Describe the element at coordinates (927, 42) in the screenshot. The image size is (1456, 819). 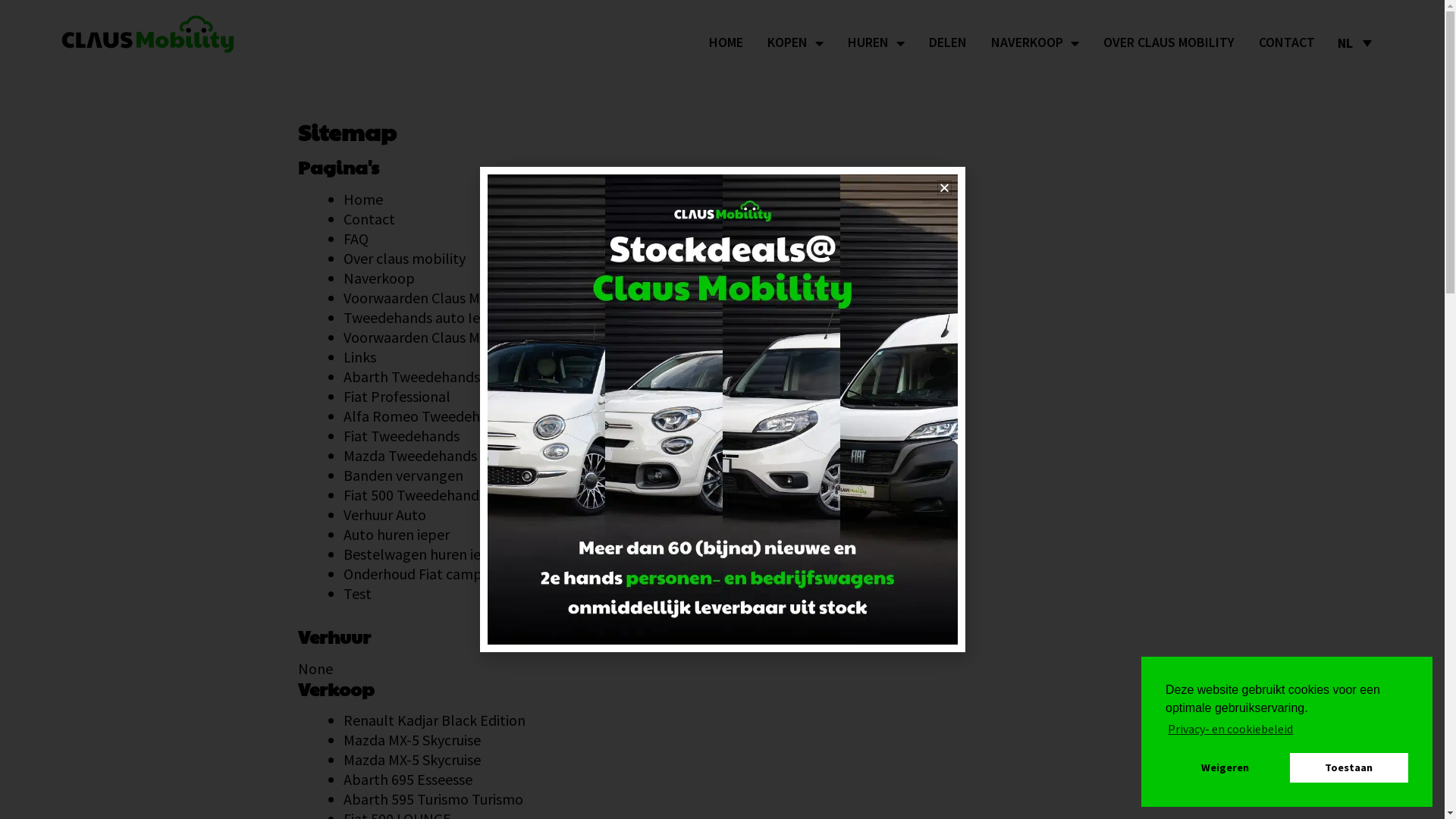
I see `'DELEN'` at that location.